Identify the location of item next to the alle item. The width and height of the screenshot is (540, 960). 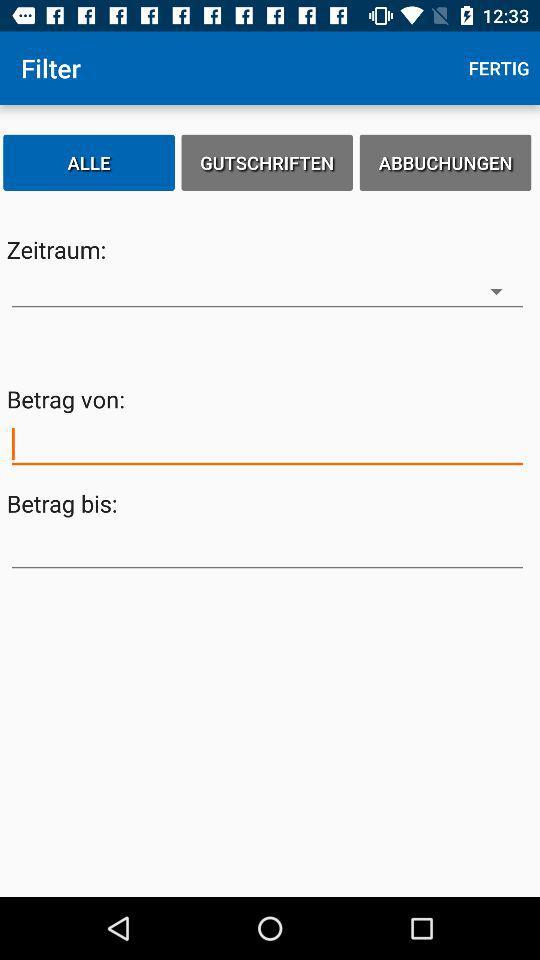
(267, 161).